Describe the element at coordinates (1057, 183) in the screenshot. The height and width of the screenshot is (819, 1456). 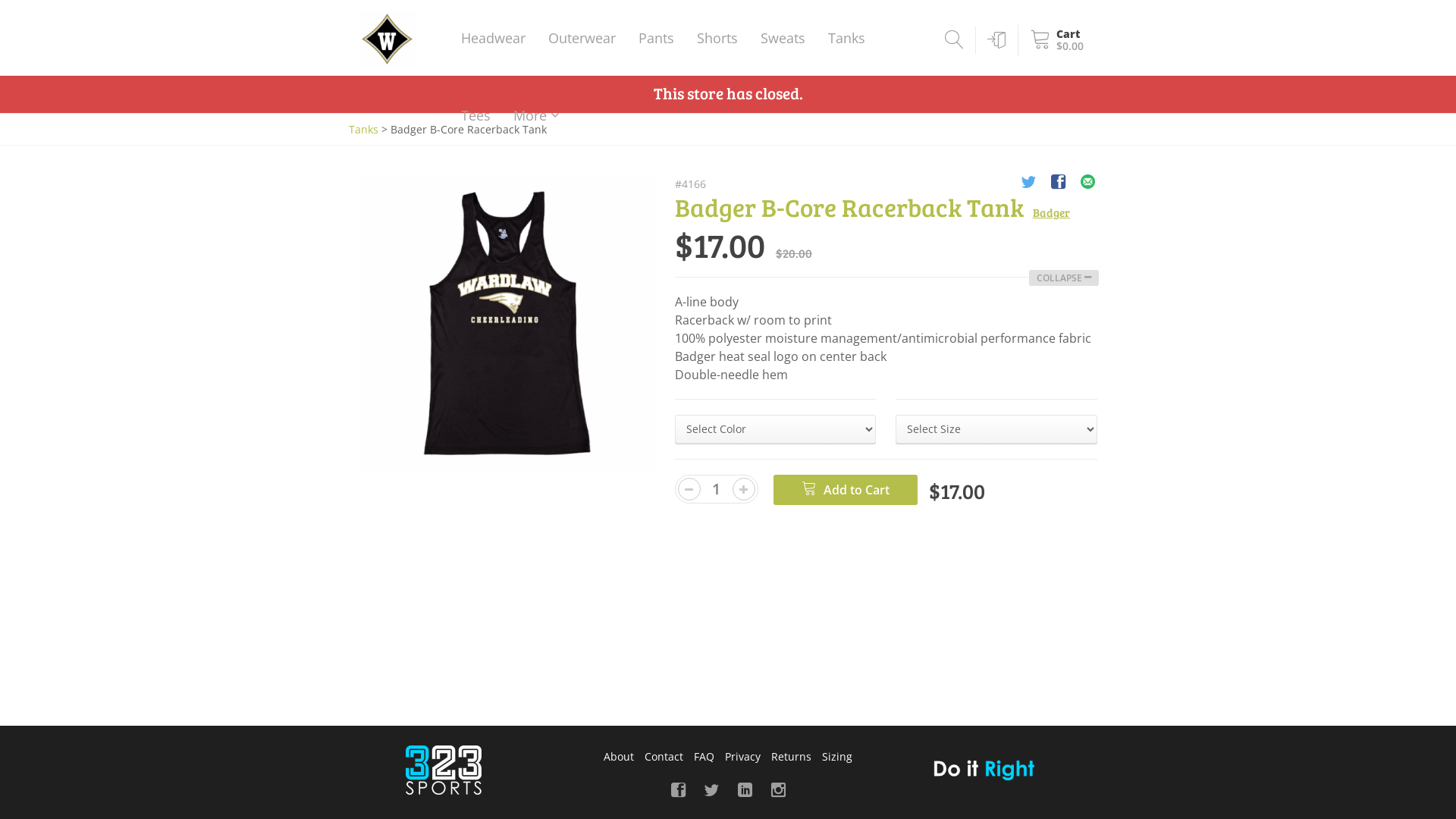
I see `'Share on Facebook'` at that location.